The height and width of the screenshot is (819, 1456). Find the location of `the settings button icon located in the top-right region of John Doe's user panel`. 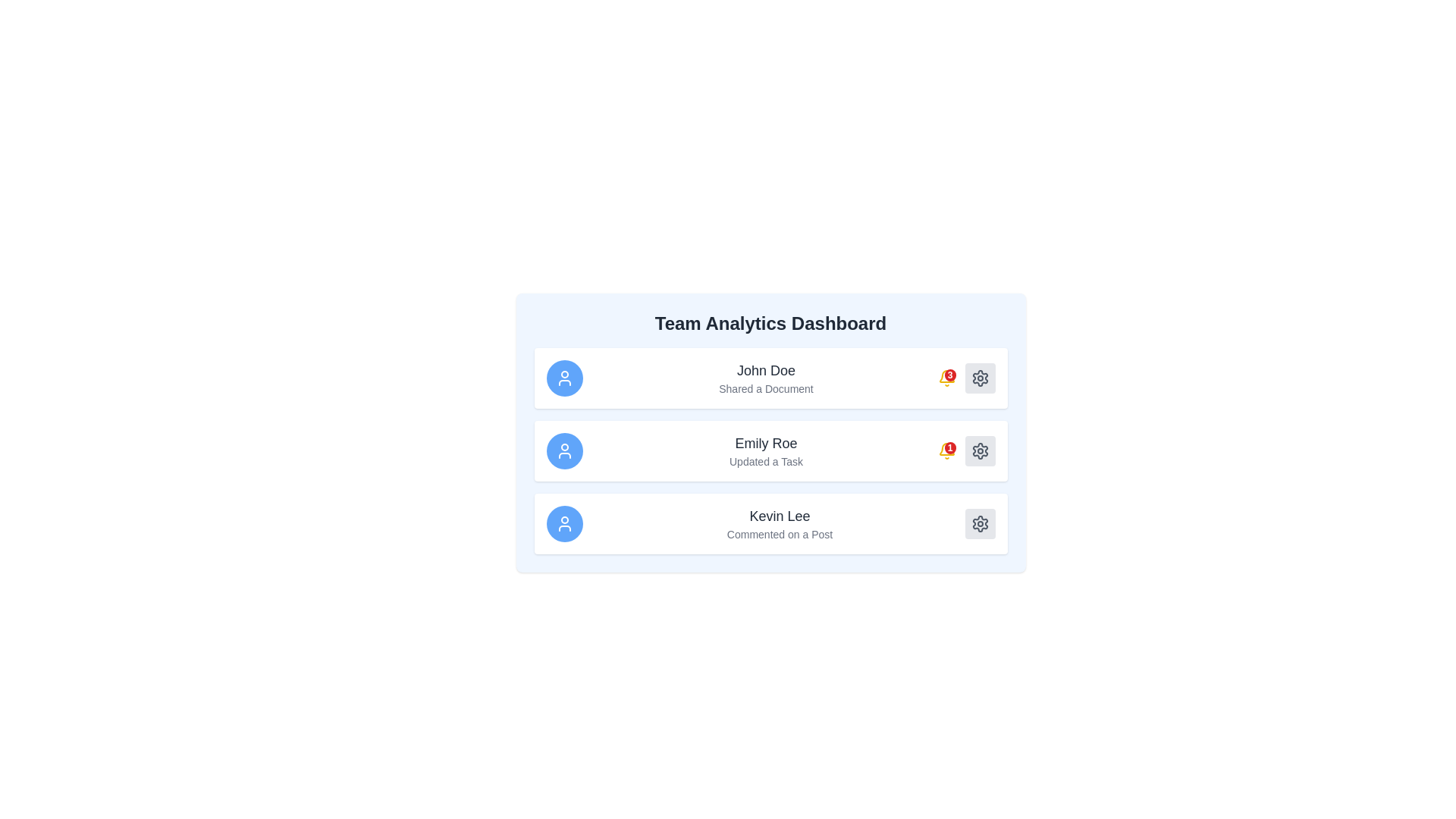

the settings button icon located in the top-right region of John Doe's user panel is located at coordinates (980, 377).